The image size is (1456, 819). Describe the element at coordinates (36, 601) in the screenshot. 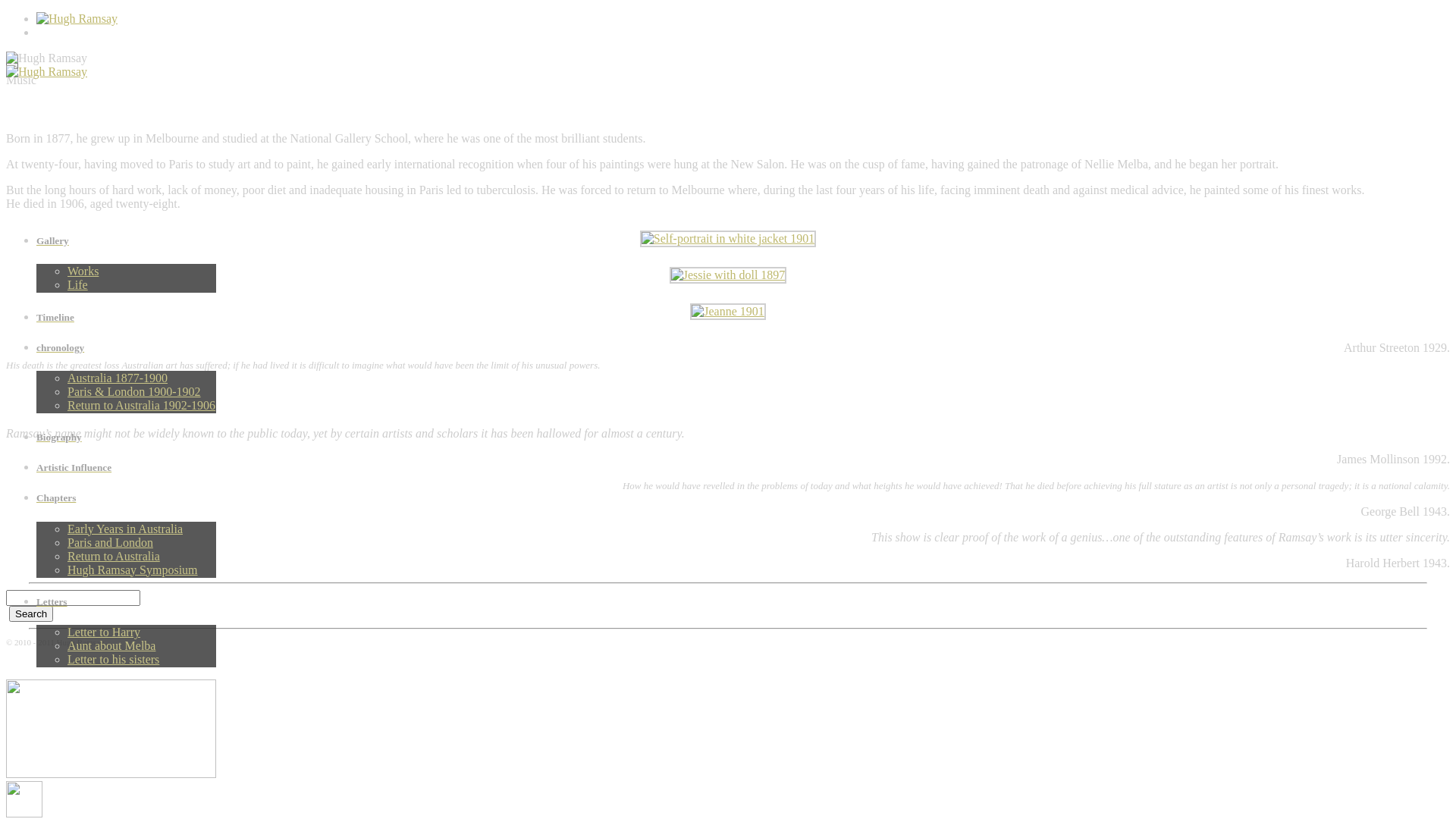

I see `'Letters'` at that location.